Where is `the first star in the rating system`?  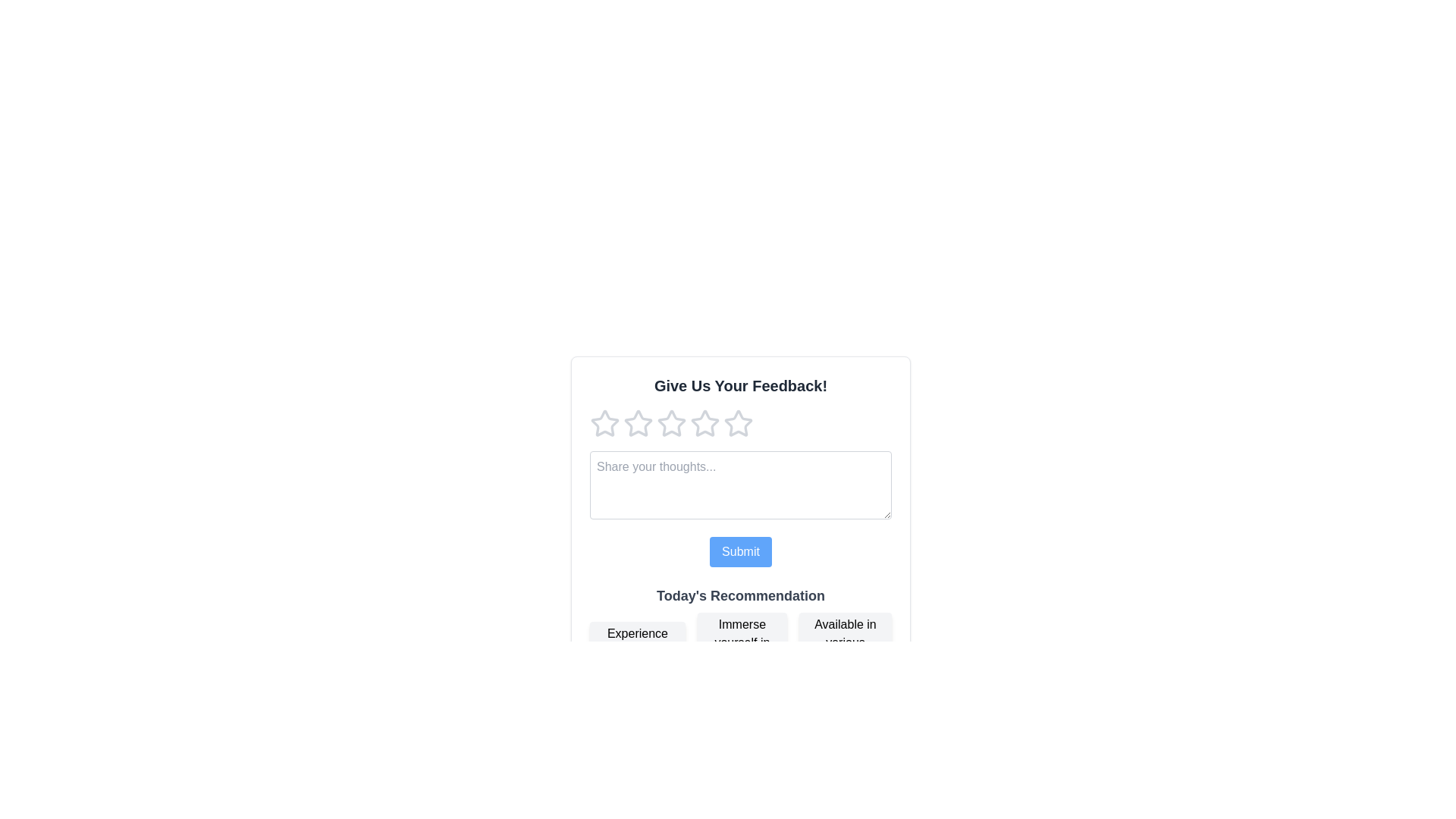 the first star in the rating system is located at coordinates (638, 423).